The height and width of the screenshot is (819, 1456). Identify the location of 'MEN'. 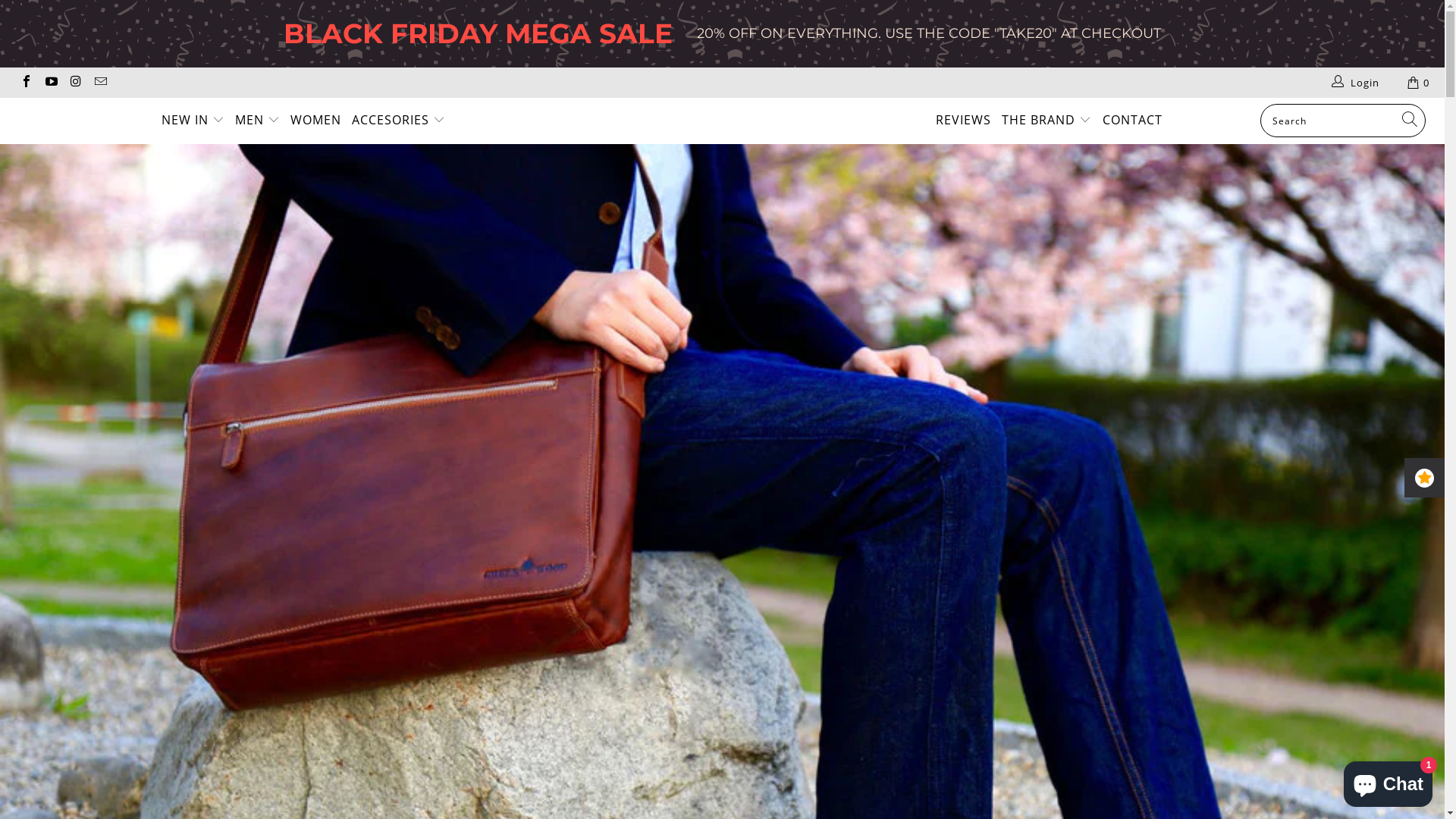
(257, 119).